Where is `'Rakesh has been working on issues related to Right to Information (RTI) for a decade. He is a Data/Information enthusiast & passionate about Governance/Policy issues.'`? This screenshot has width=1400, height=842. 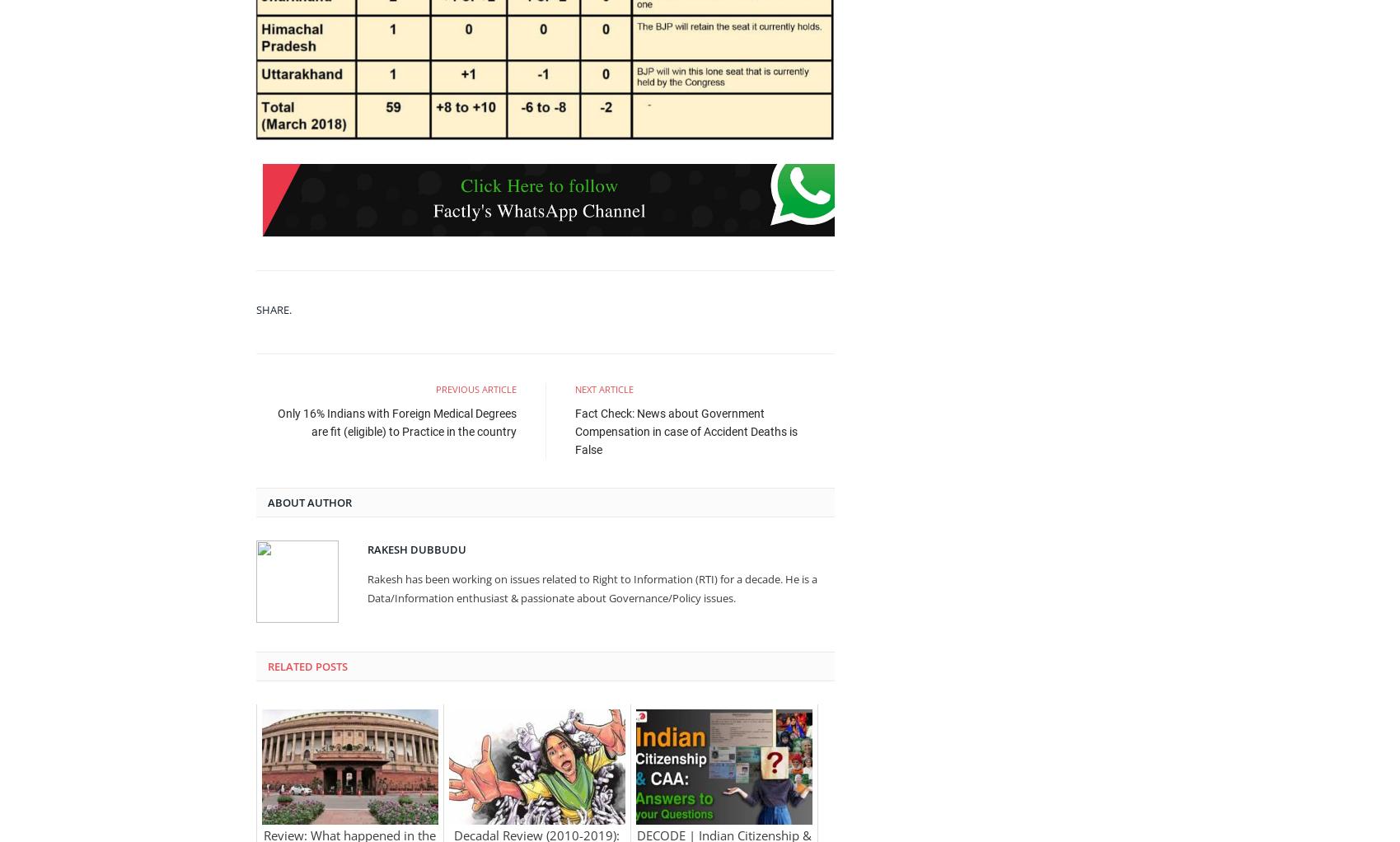
'Rakesh has been working on issues related to Right to Information (RTI) for a decade. He is a Data/Information enthusiast & passionate about Governance/Policy issues.' is located at coordinates (590, 587).